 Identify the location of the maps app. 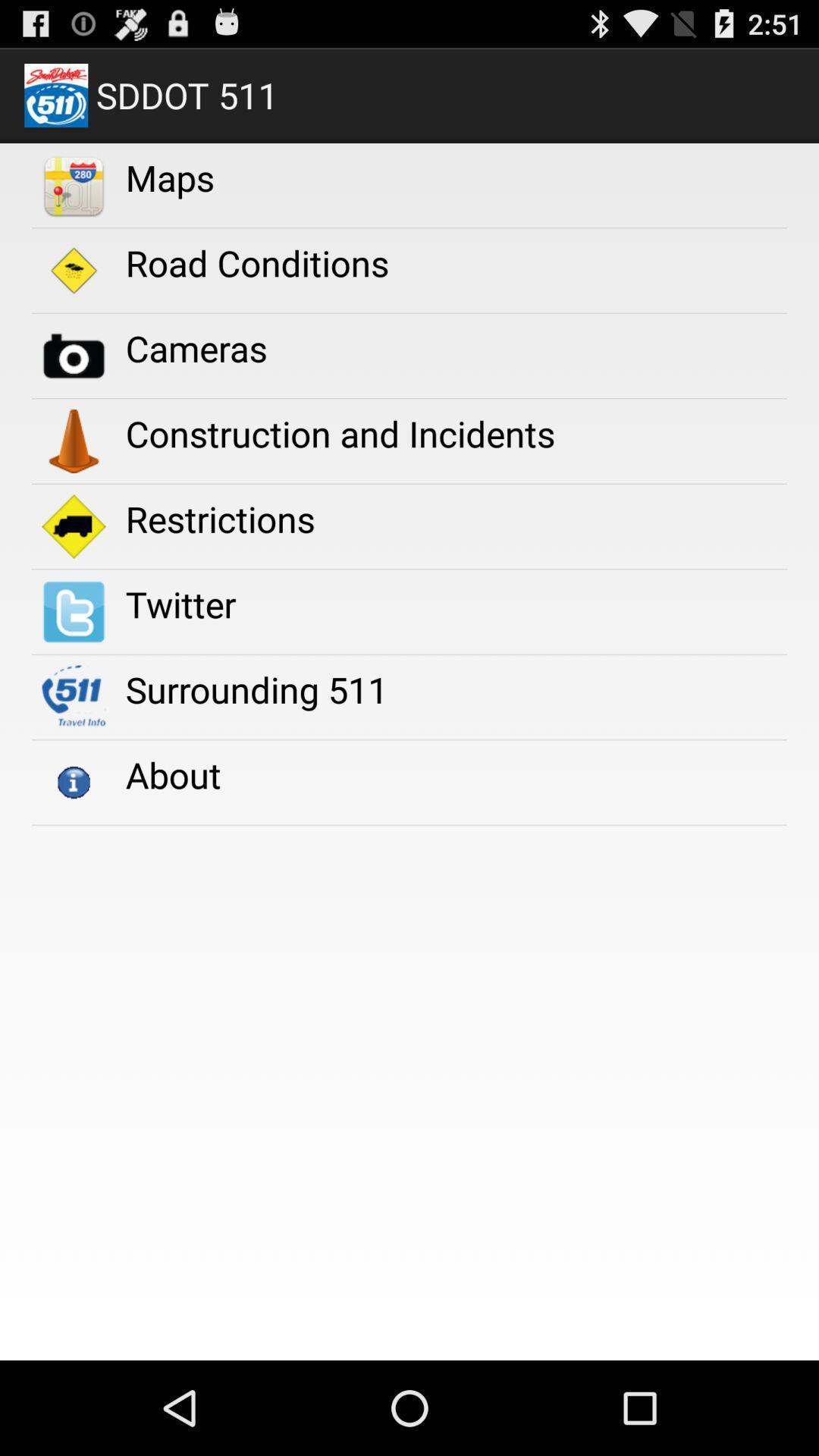
(170, 177).